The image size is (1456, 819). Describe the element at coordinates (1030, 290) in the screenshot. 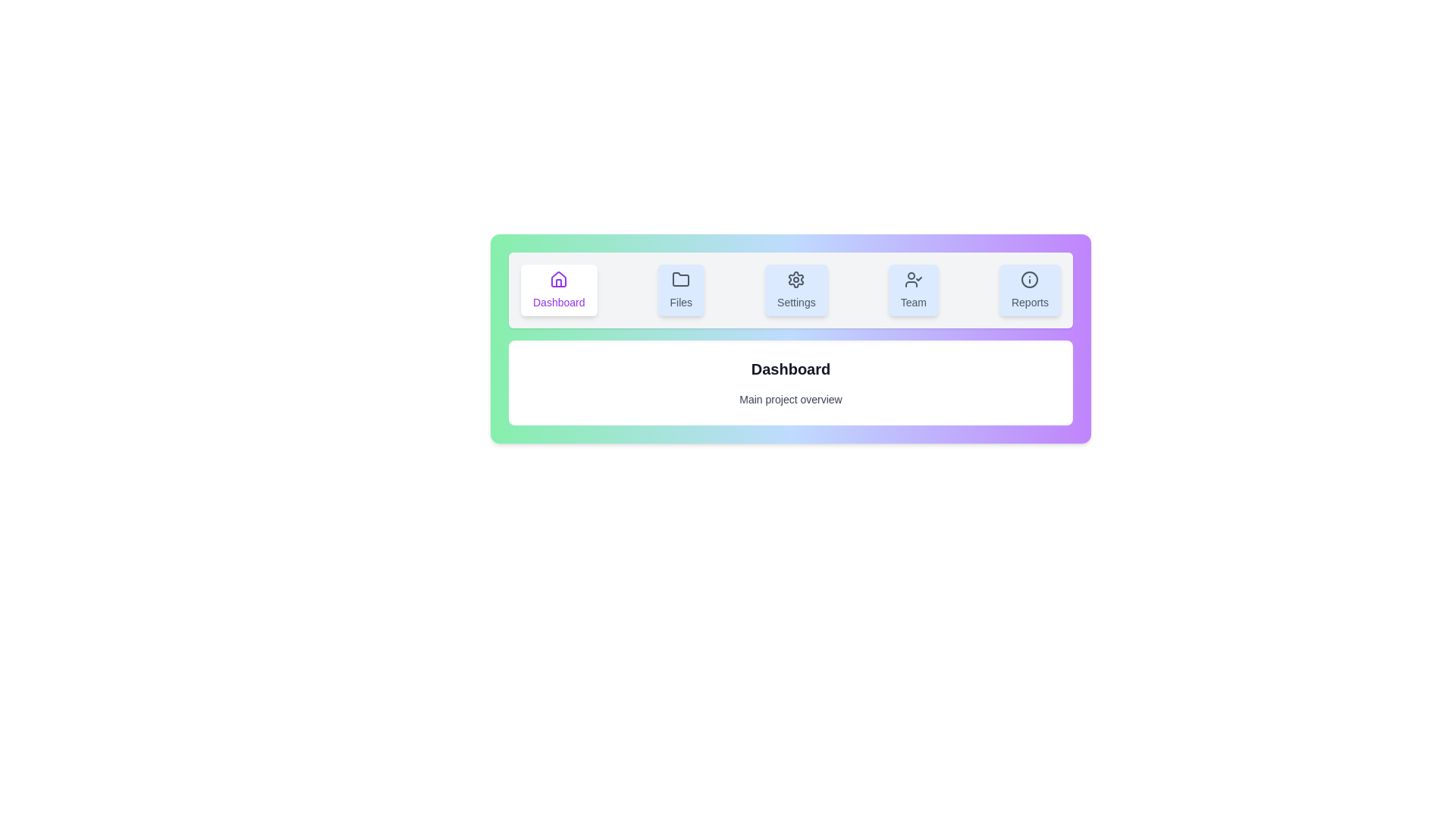

I see `the tab labeled Reports by clicking on it` at that location.